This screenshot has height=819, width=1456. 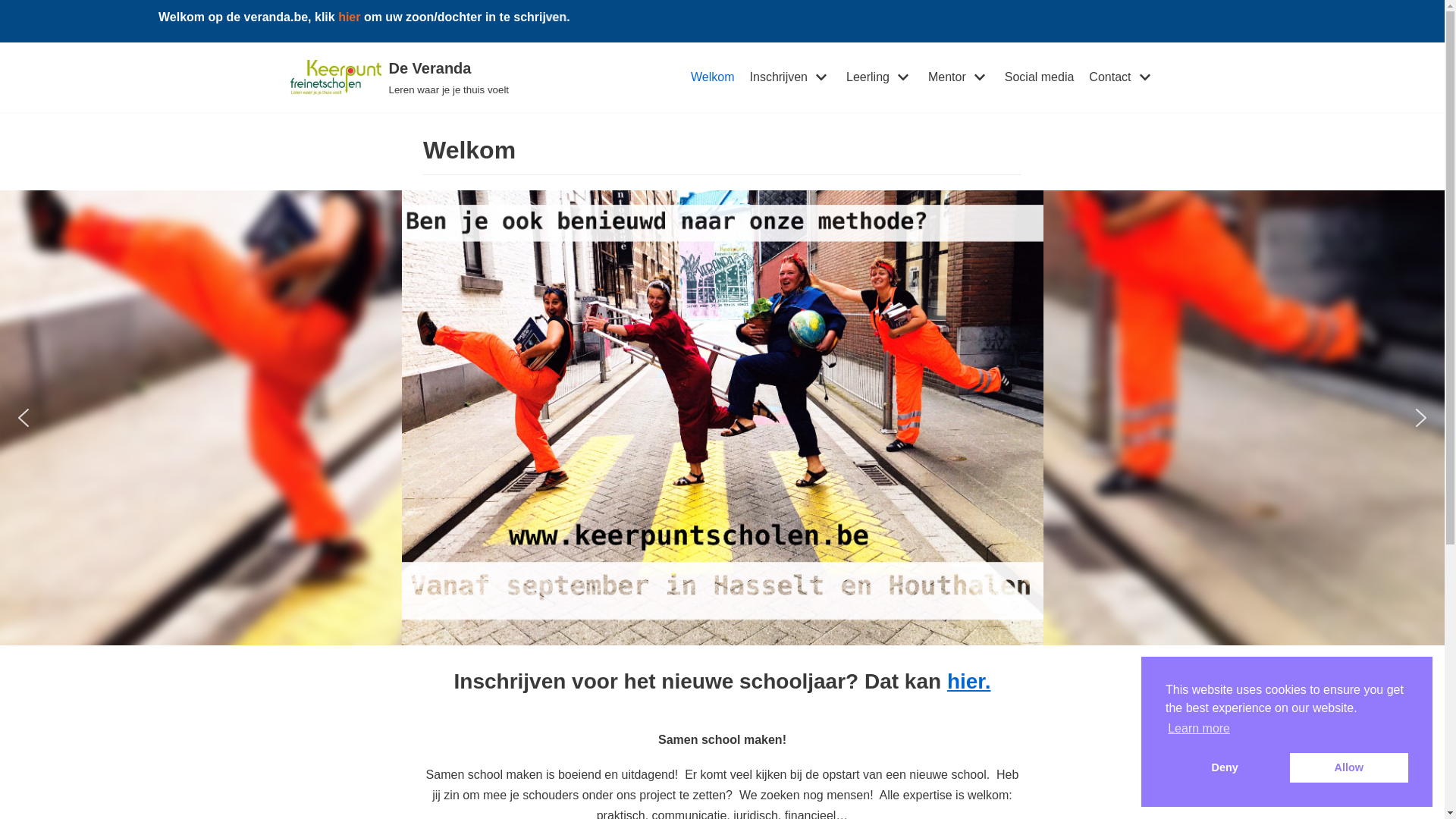 What do you see at coordinates (1039, 77) in the screenshot?
I see `'Social media'` at bounding box center [1039, 77].